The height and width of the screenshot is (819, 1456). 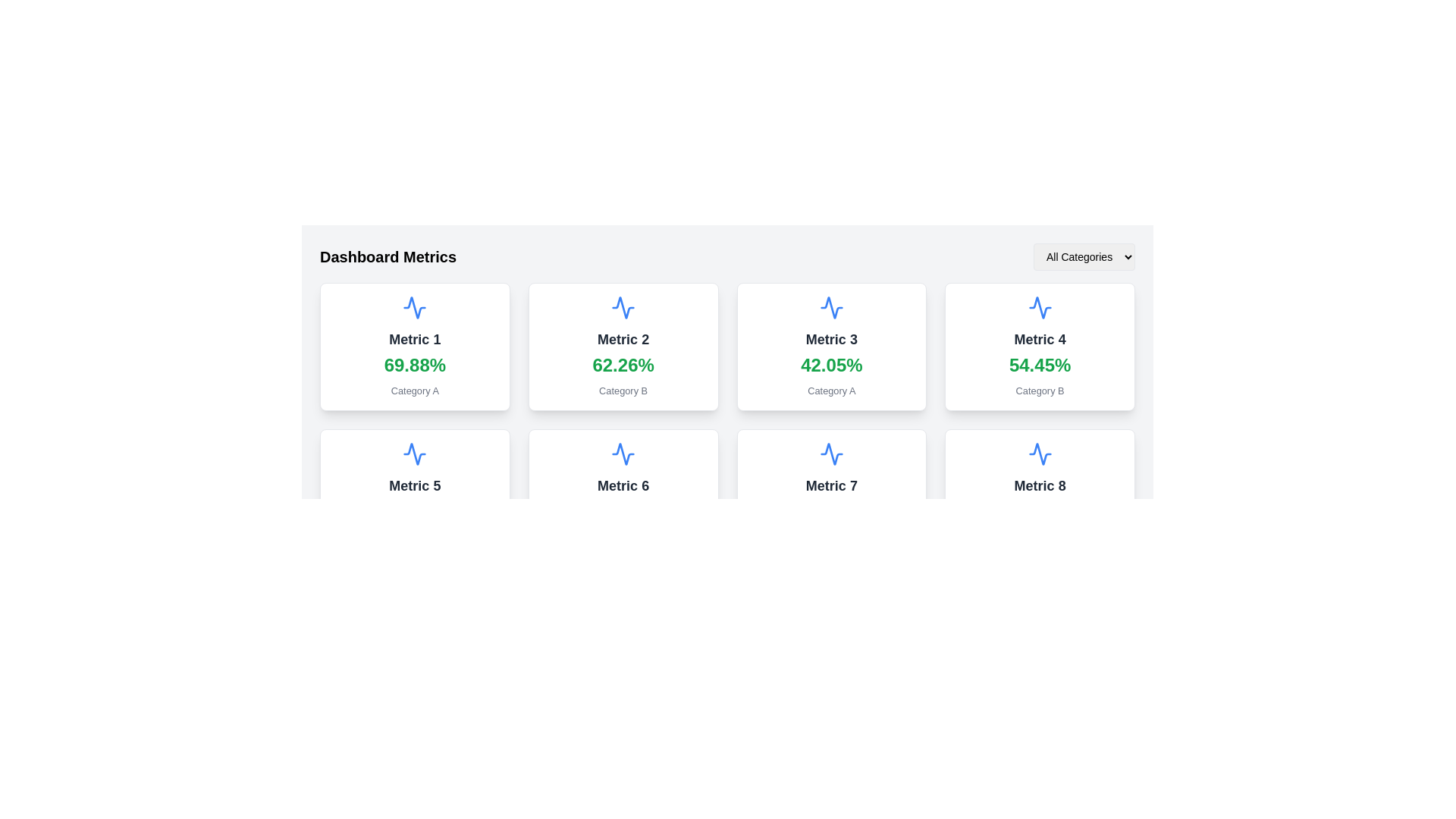 What do you see at coordinates (830, 366) in the screenshot?
I see `the text label displaying '42.05%' which is styled in bold green font and positioned between 'Metric 3' and 'Category A' in the third card of the grid layout` at bounding box center [830, 366].